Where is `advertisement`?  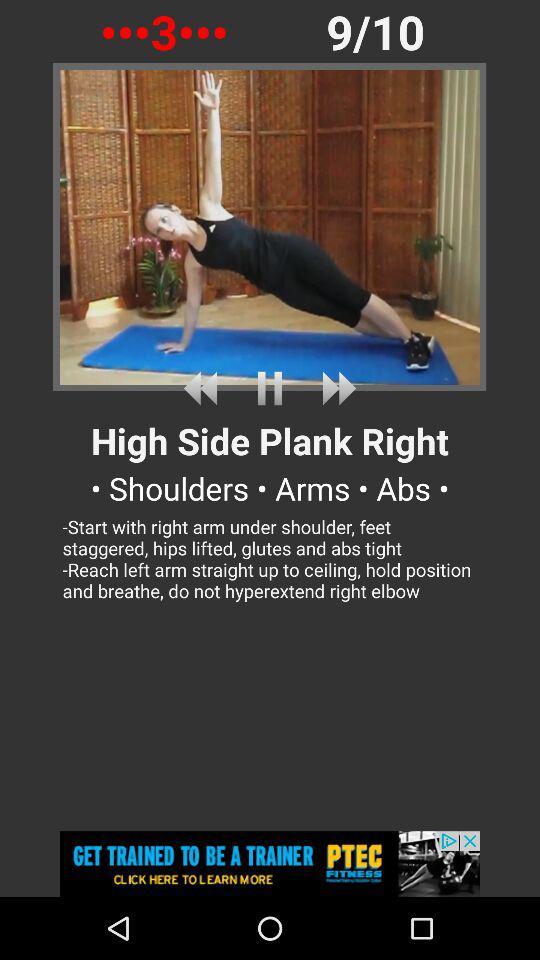 advertisement is located at coordinates (270, 863).